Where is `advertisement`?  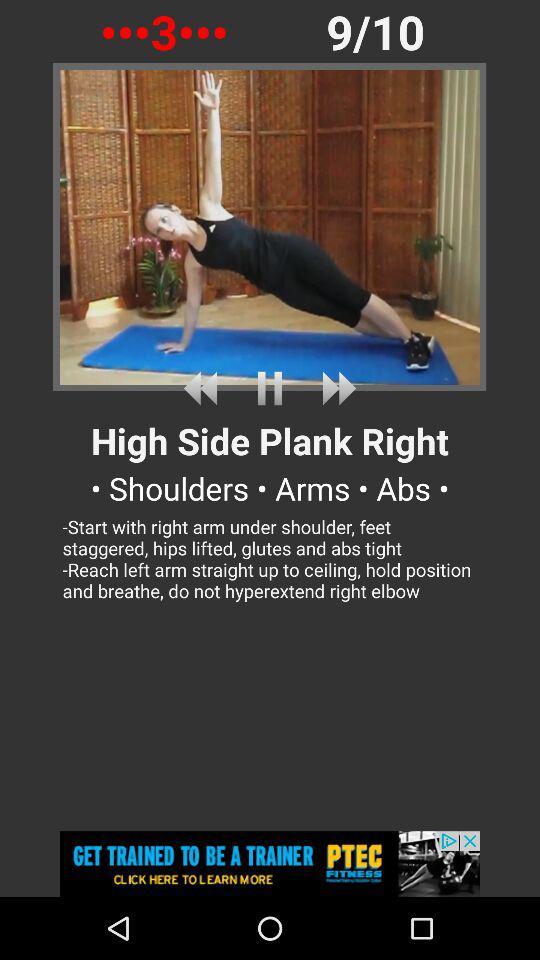 advertisement is located at coordinates (270, 863).